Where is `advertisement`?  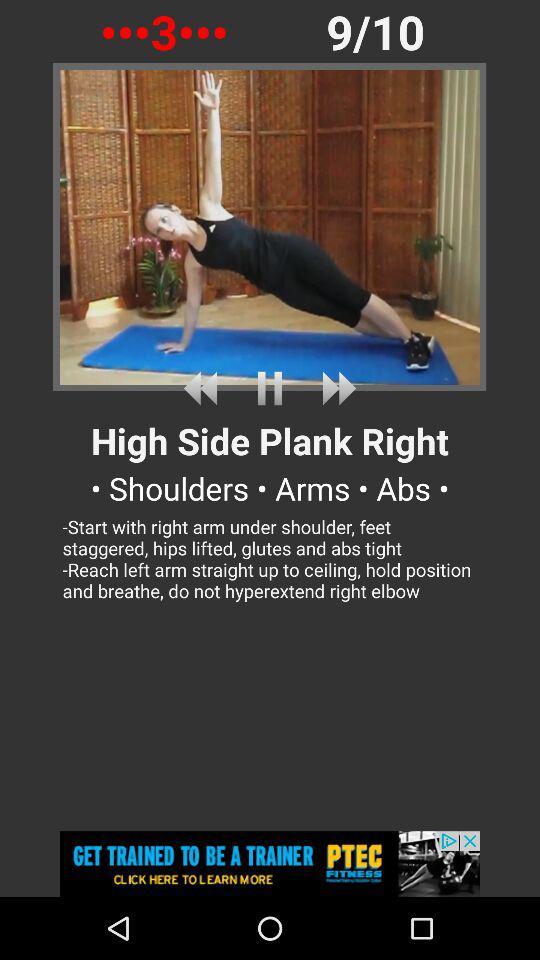 advertisement is located at coordinates (270, 863).